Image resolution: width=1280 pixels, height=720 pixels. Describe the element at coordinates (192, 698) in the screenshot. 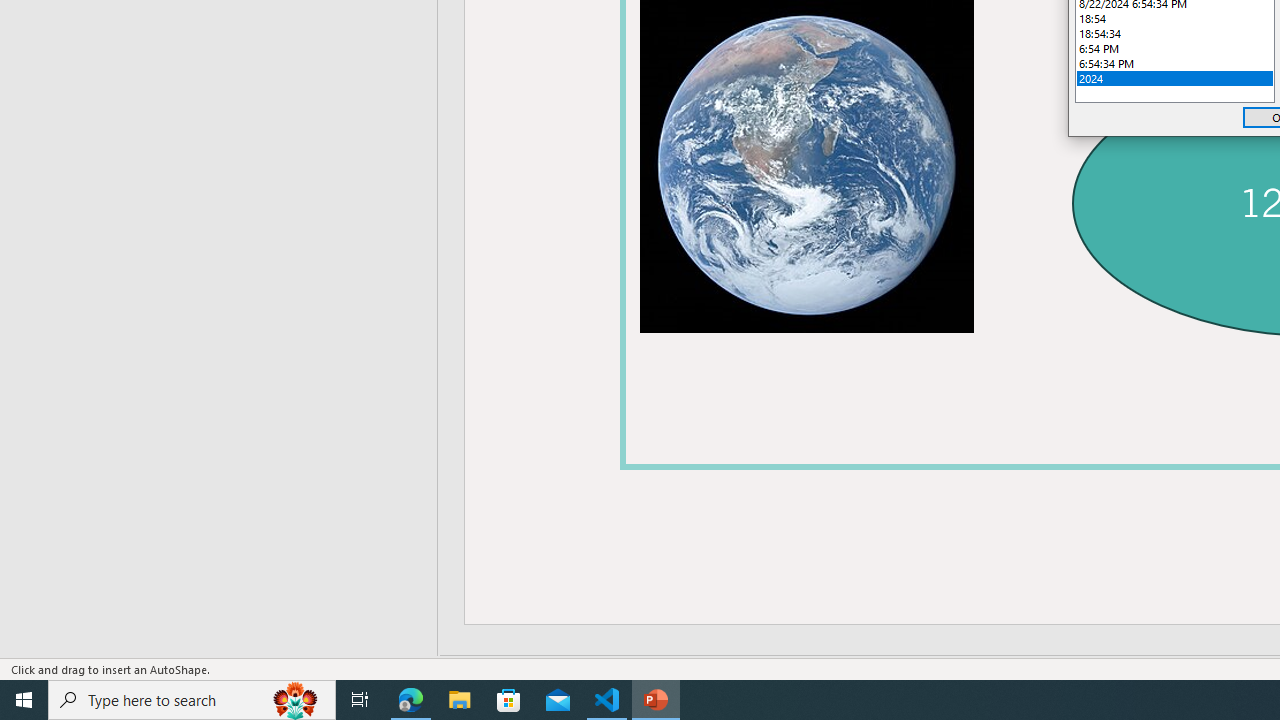

I see `'Type here to search'` at that location.